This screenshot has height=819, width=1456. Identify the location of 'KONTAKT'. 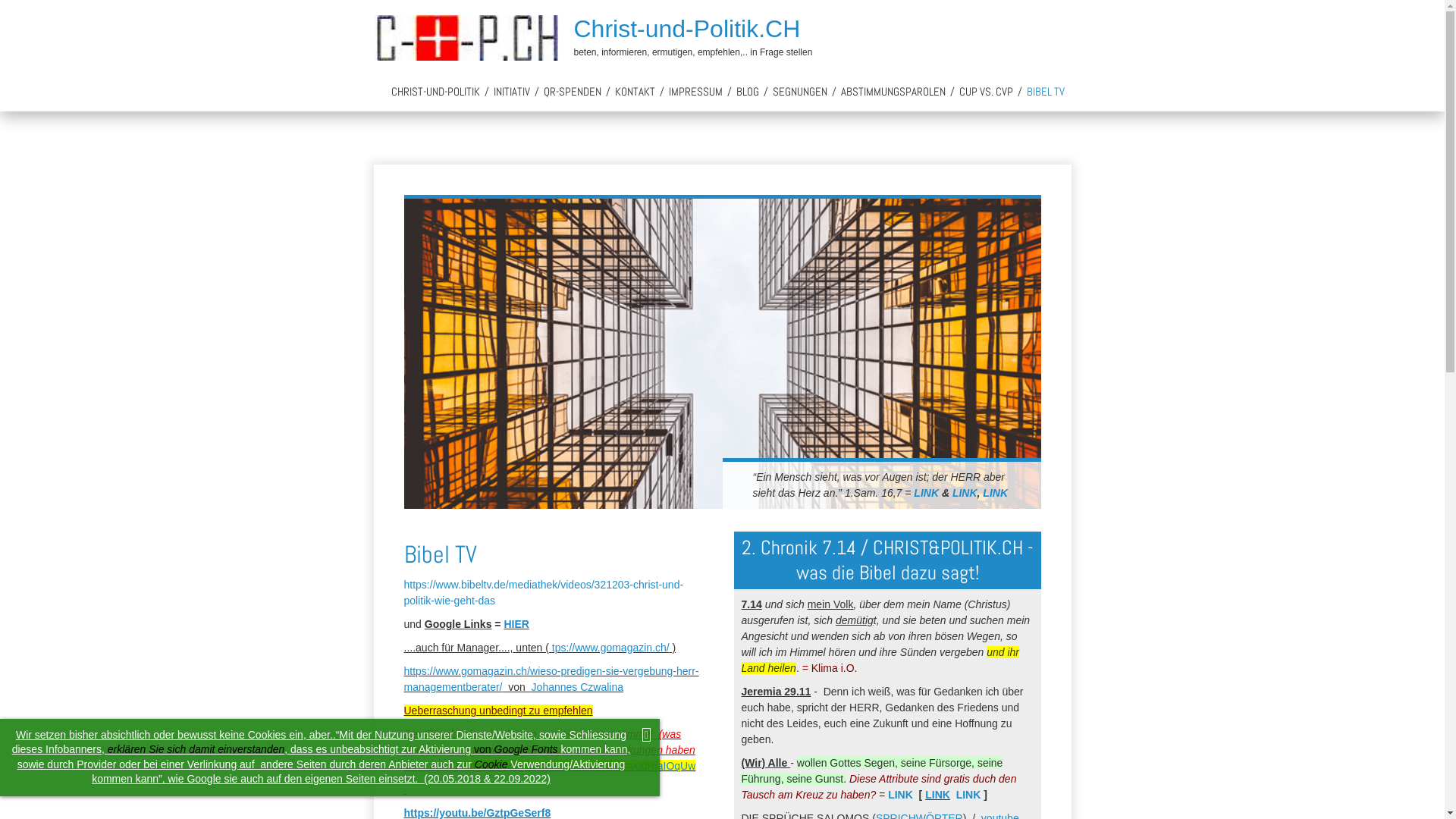
(635, 91).